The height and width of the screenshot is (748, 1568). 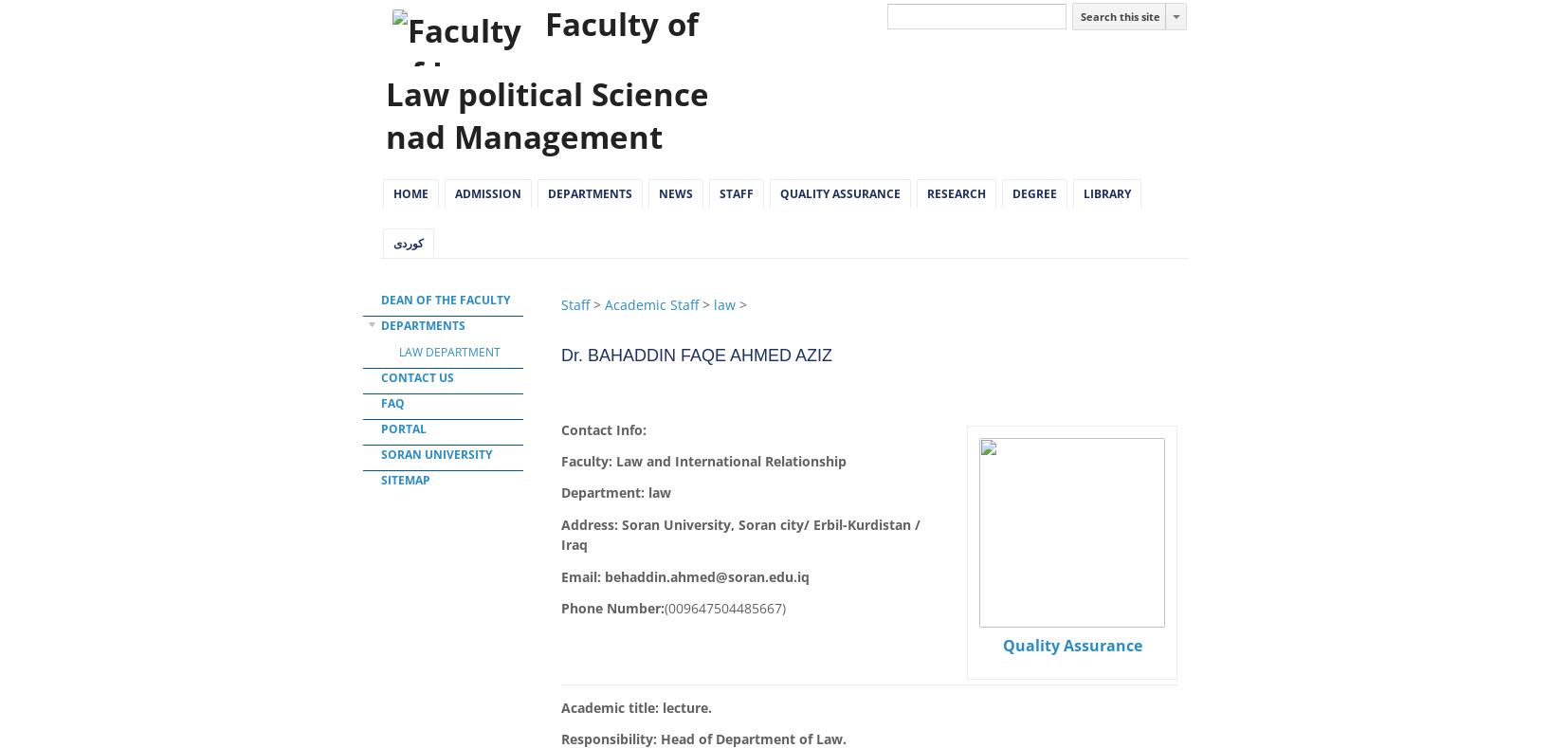 I want to click on 'Academic Staff', so click(x=651, y=303).